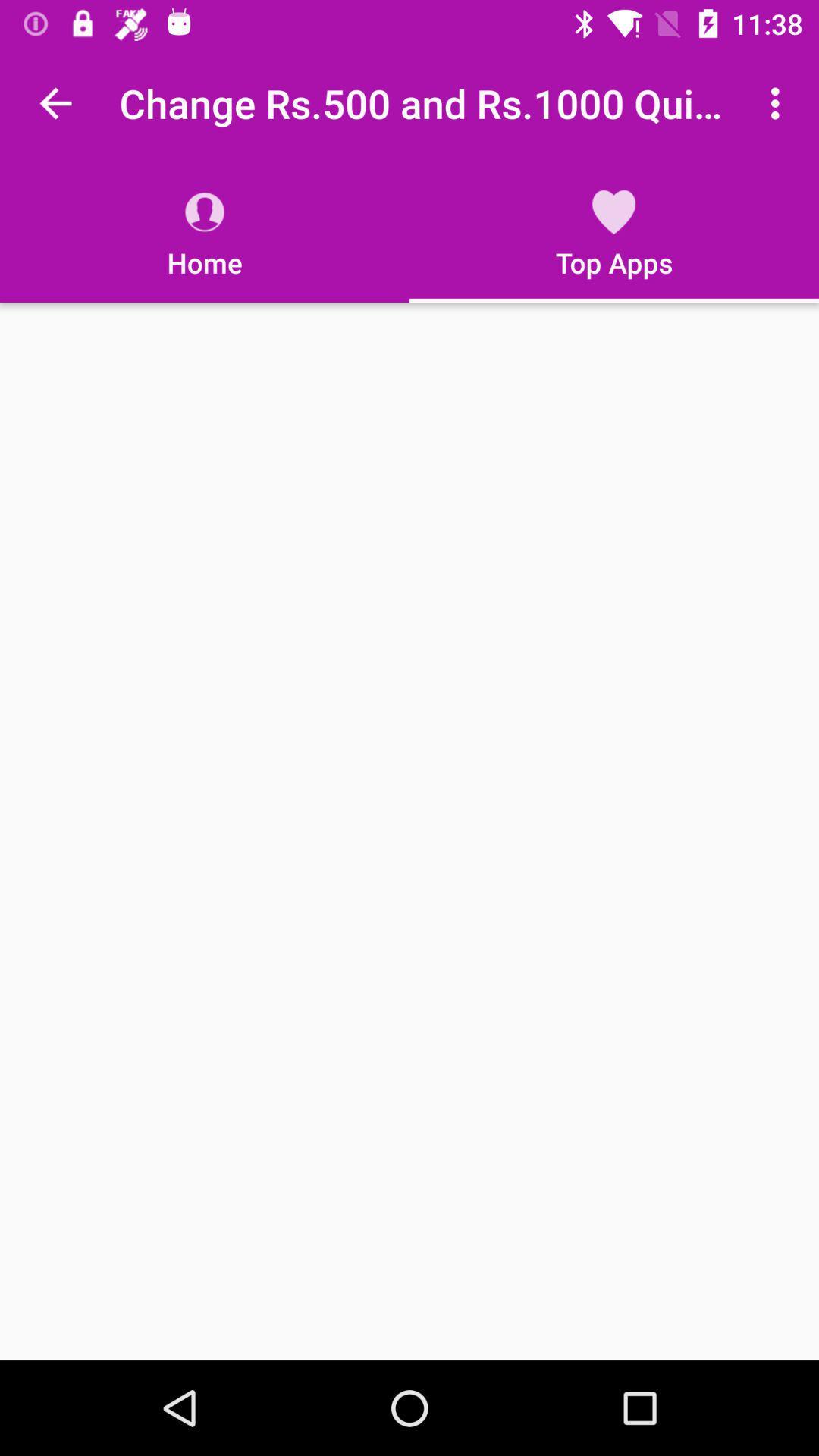  What do you see at coordinates (779, 102) in the screenshot?
I see `app to the right of change rs 500 app` at bounding box center [779, 102].